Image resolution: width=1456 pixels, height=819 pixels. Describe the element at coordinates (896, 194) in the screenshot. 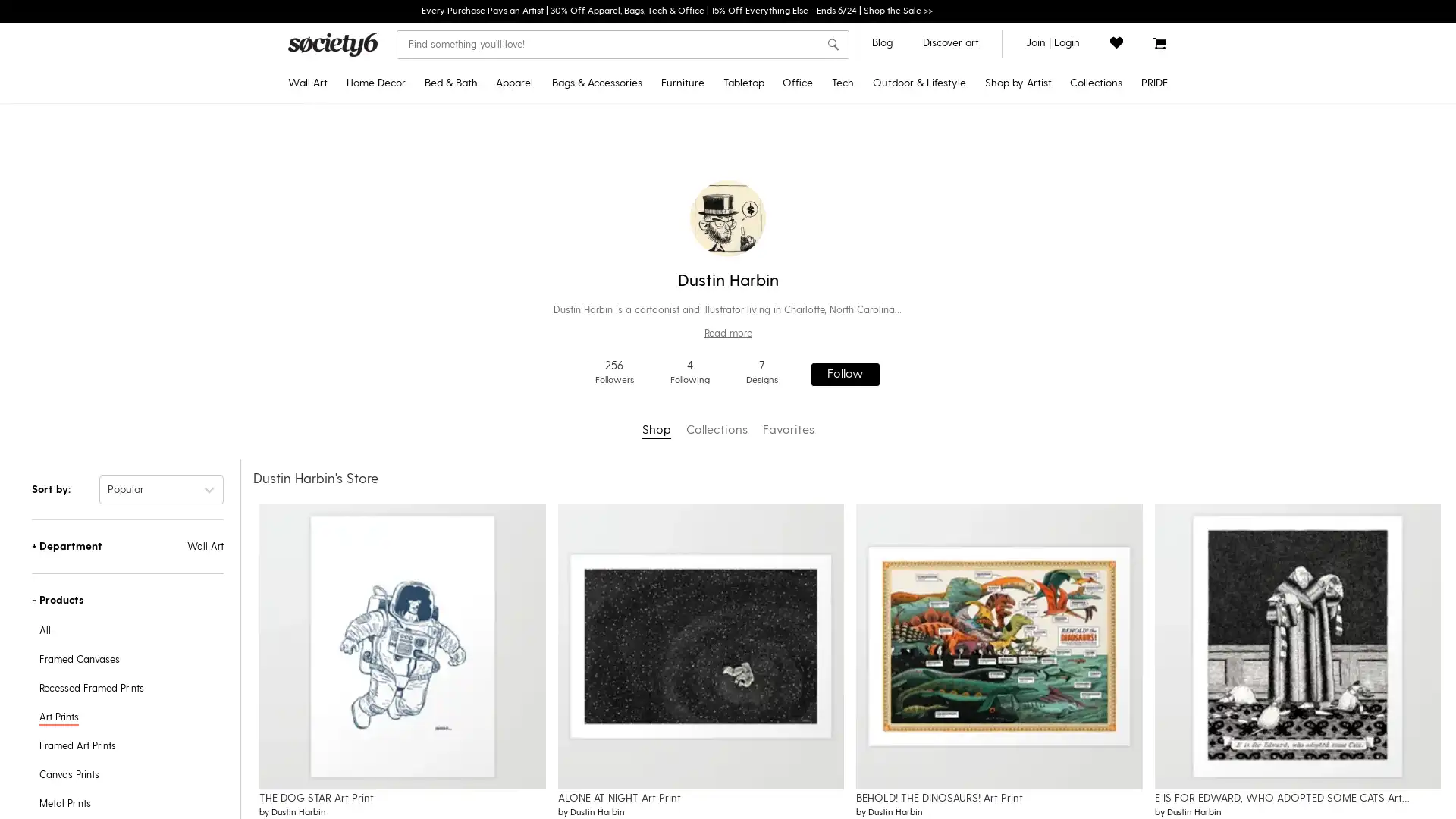

I see `Android Wallet Cases` at that location.